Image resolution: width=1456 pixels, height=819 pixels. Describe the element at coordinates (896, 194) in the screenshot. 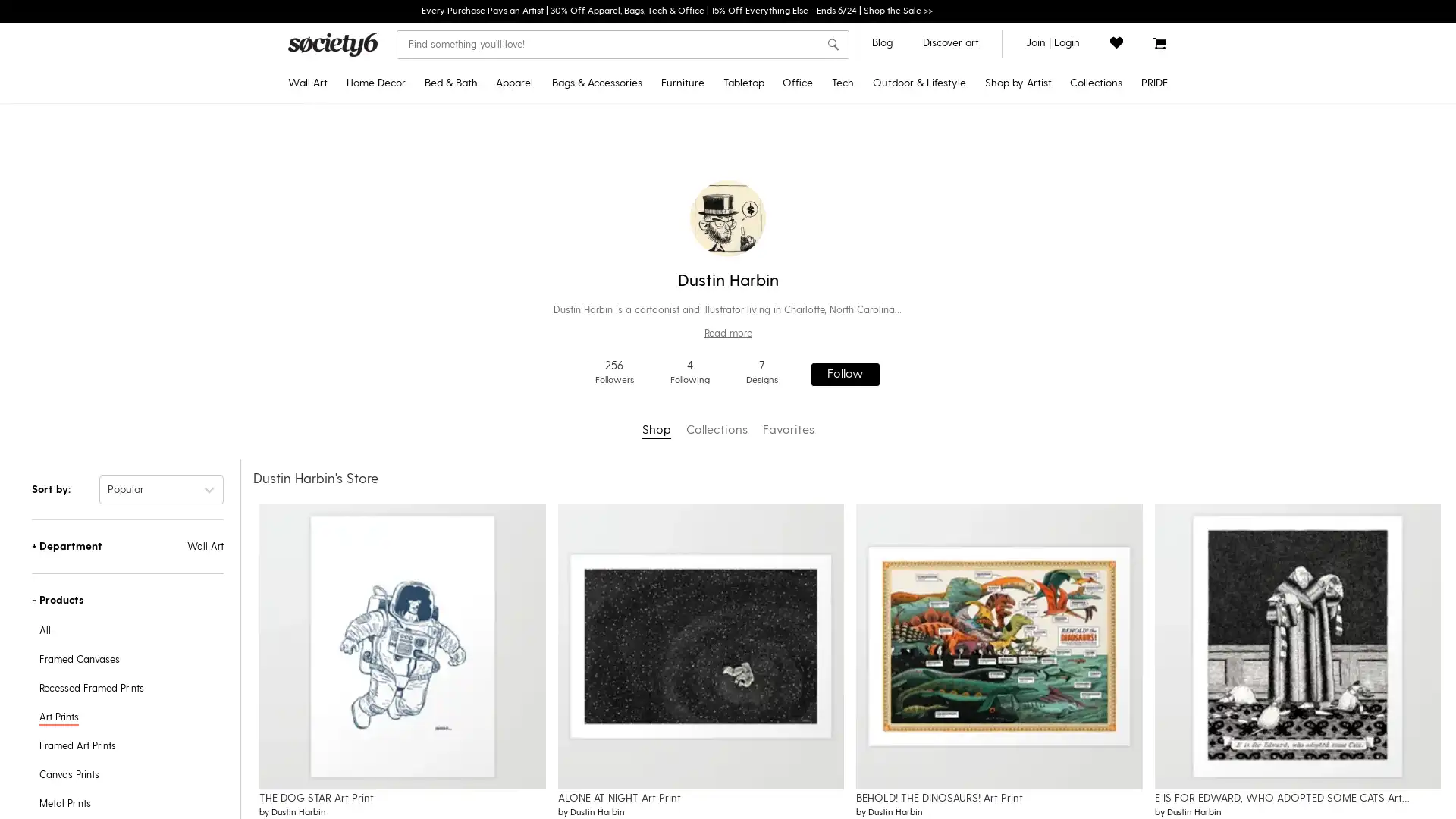

I see `Android Wallet Cases` at that location.